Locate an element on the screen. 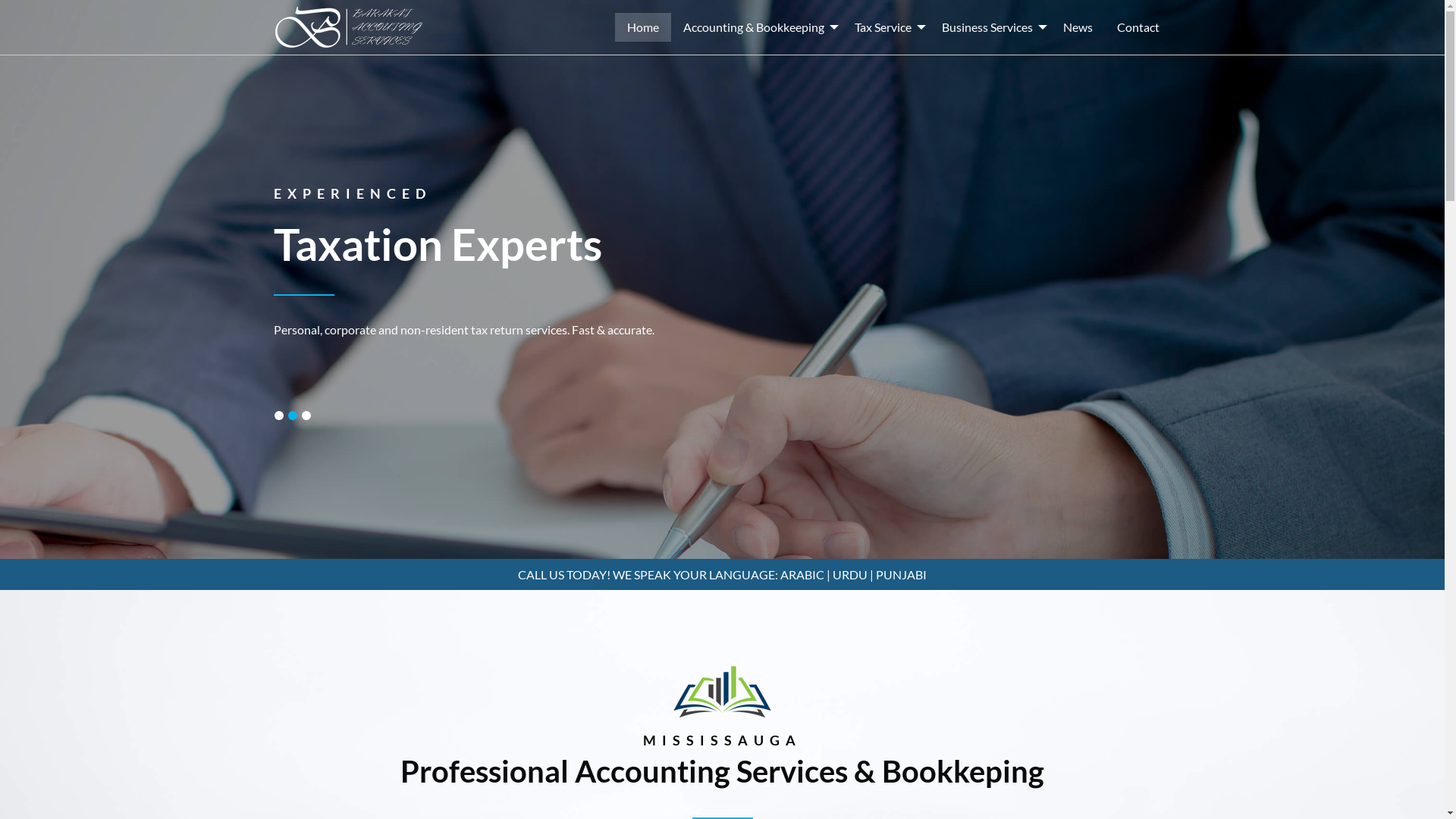 This screenshot has height=819, width=1456. 'Second slide details. is located at coordinates (292, 415).